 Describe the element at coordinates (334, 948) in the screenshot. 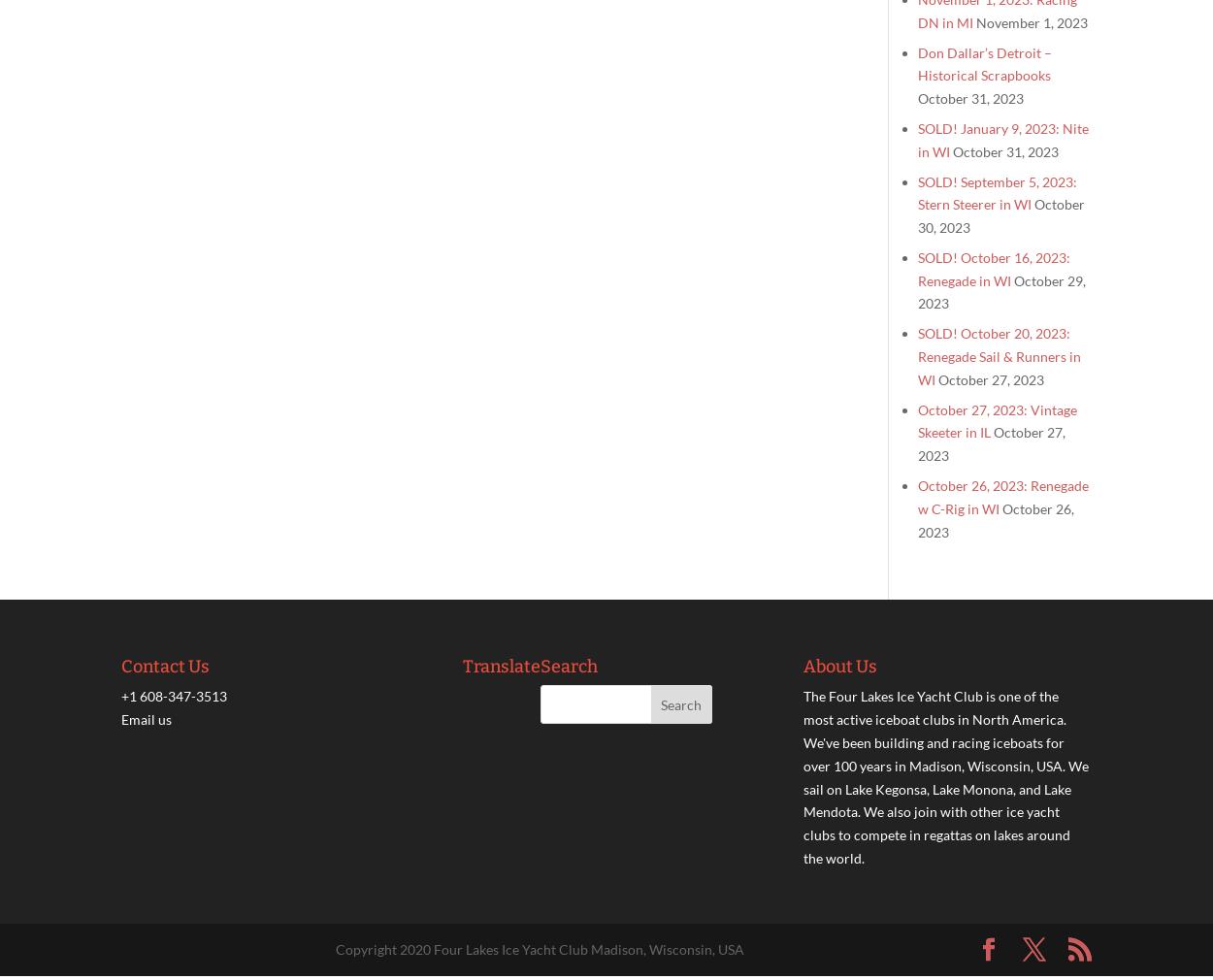

I see `'Copyright 2020 Four Lakes Ice Yacht Club
Madison, Wisconsin, USA'` at that location.